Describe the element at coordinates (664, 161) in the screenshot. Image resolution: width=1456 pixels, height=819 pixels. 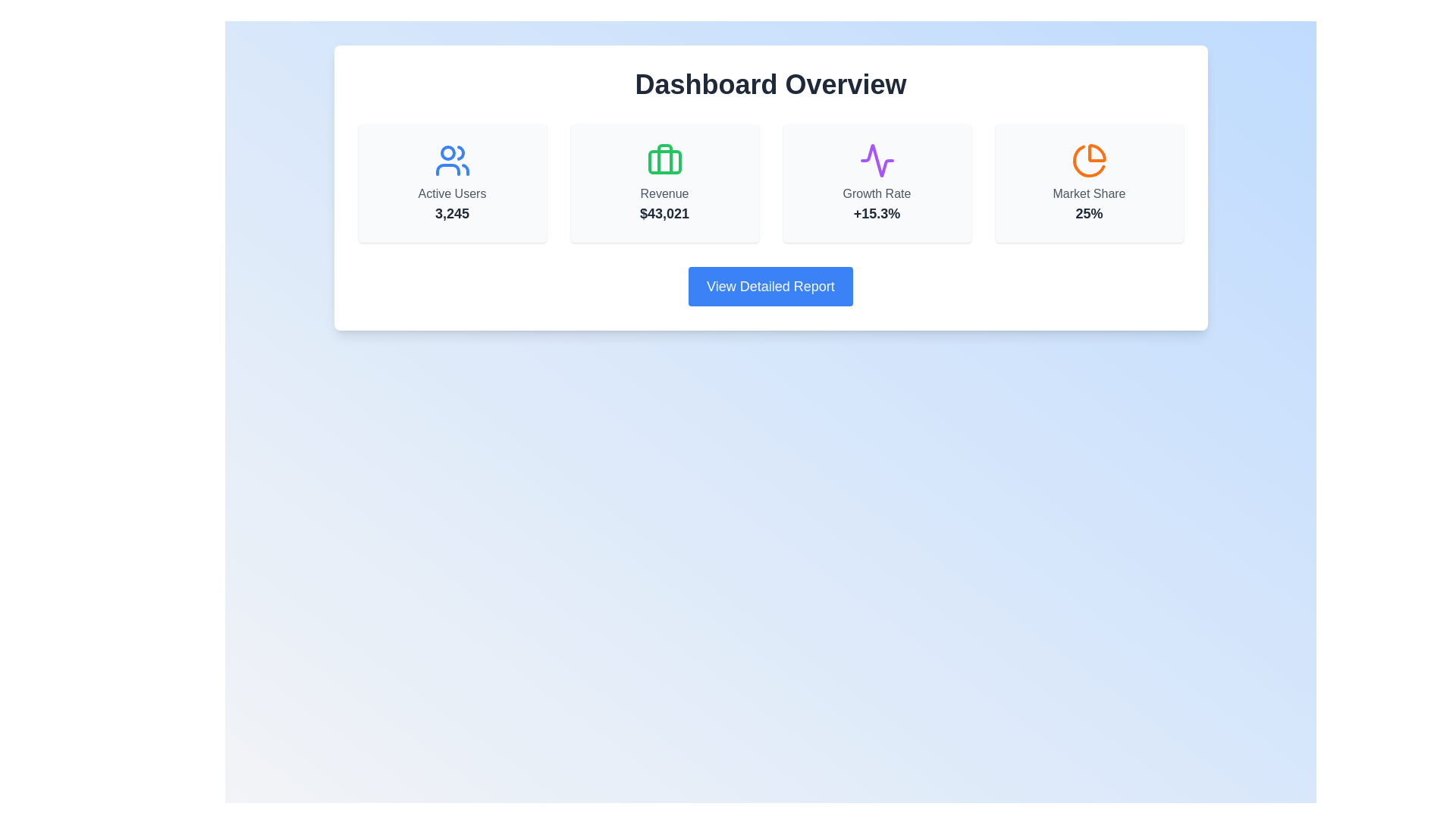
I see `the green outlined briefcase icon located within the 'Revenue' card above the 'Revenue' label and the '$43,021' value` at that location.